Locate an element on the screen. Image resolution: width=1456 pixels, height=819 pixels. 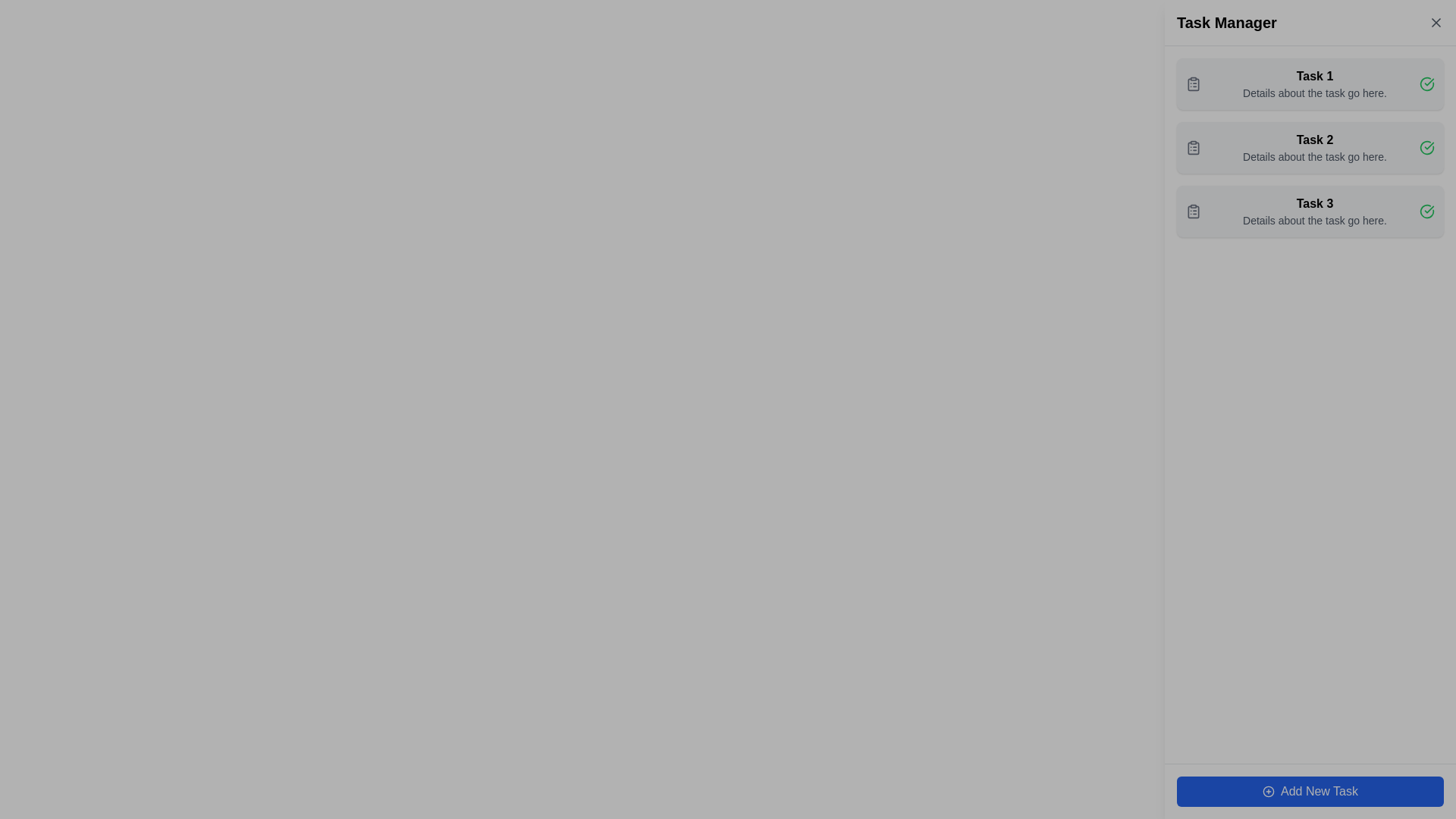
the static text label that provides additional information about 'Task 2', located under the 'Task 2' title in the task manager interface is located at coordinates (1313, 157).